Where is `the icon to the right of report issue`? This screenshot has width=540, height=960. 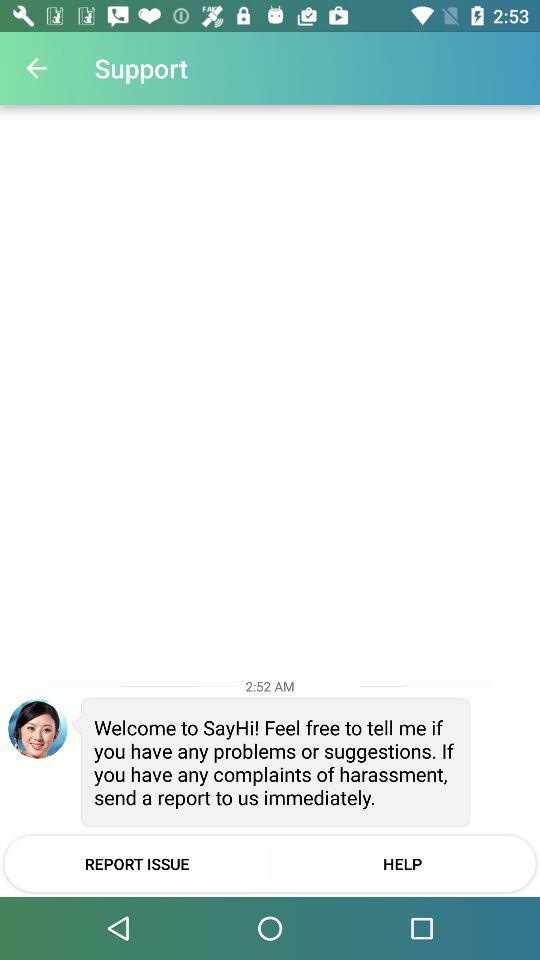 the icon to the right of report issue is located at coordinates (402, 862).